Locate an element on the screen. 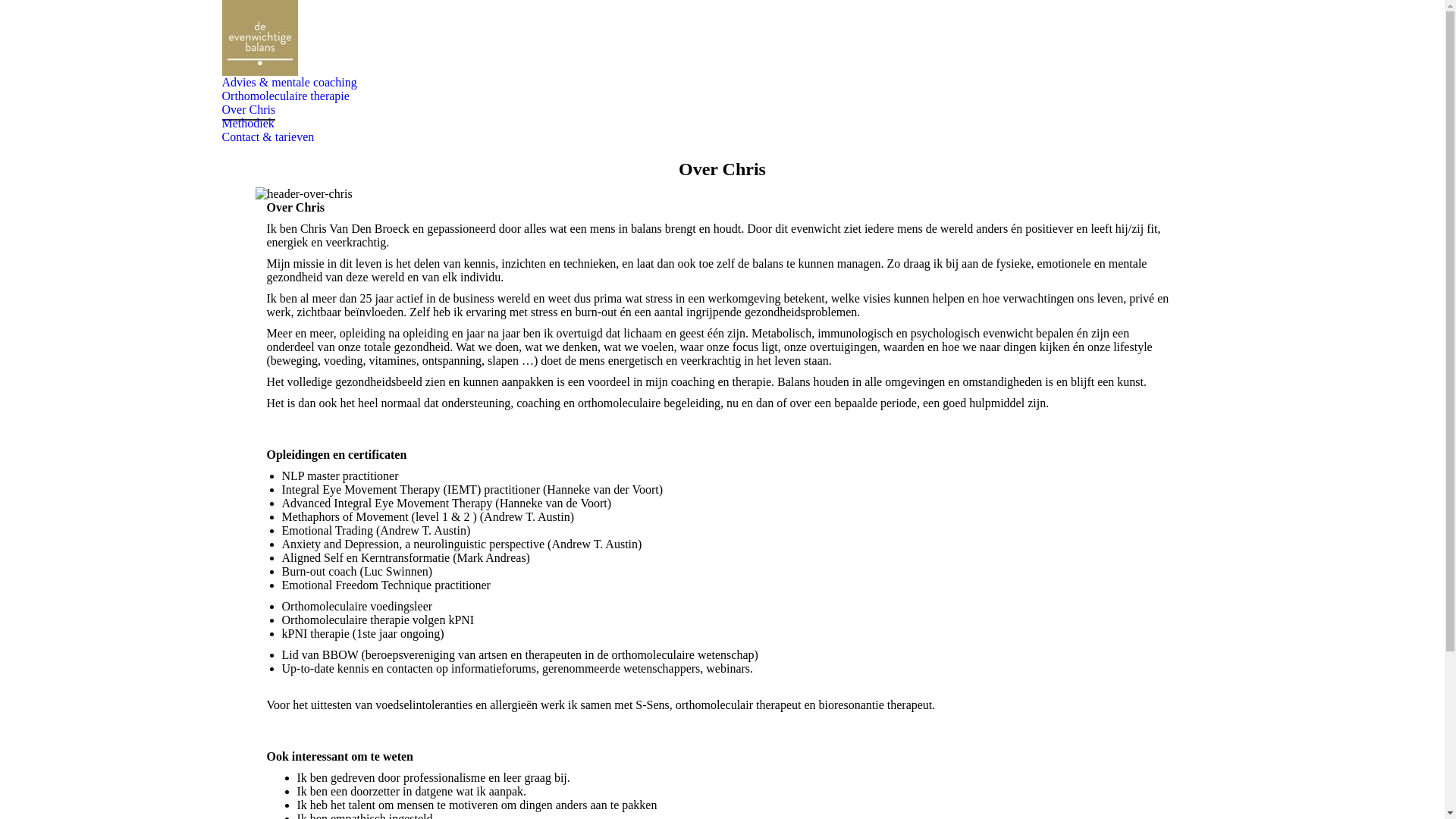 This screenshot has height=819, width=1456. 'Over Chris' is located at coordinates (248, 109).